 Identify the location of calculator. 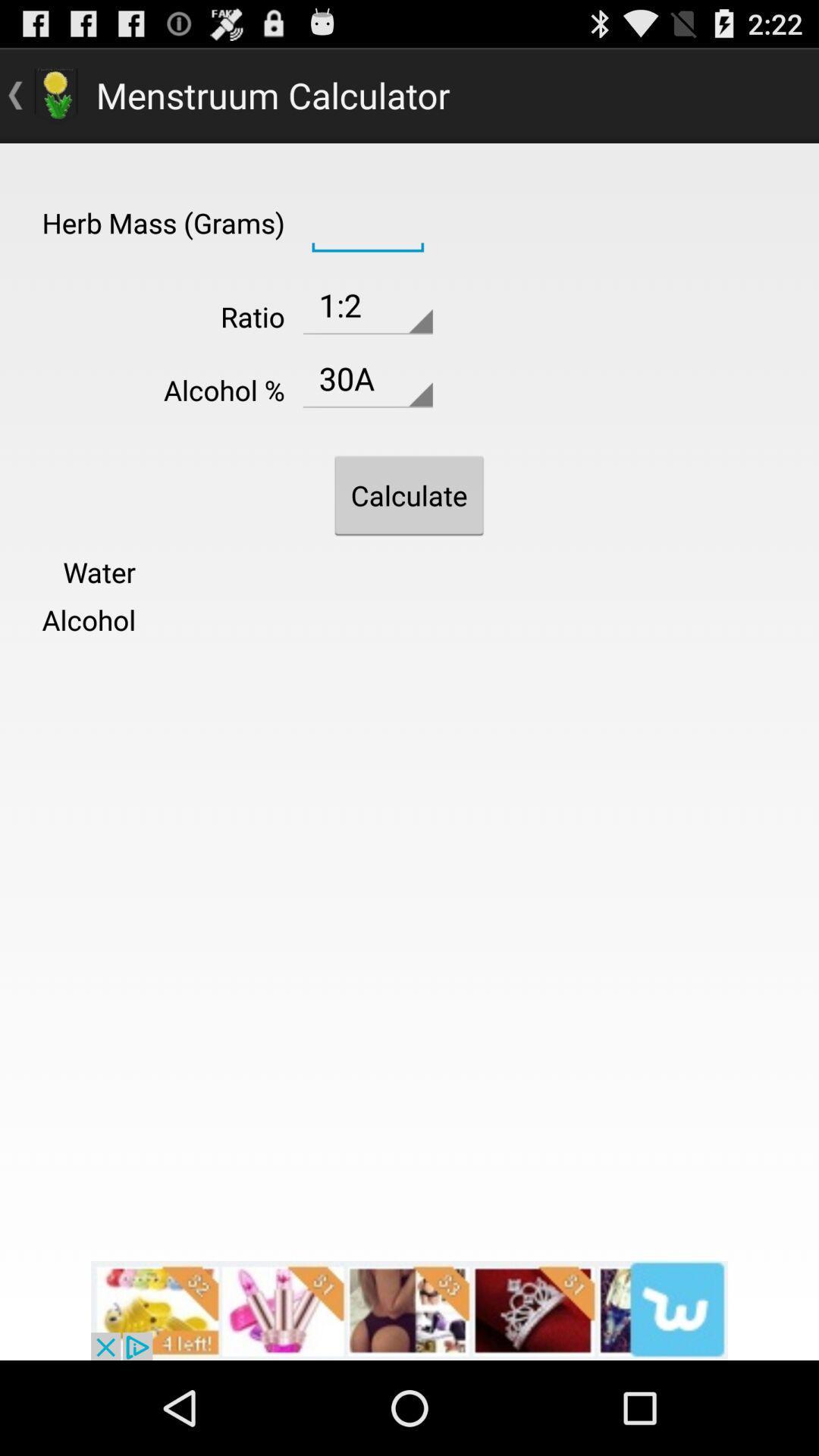
(368, 221).